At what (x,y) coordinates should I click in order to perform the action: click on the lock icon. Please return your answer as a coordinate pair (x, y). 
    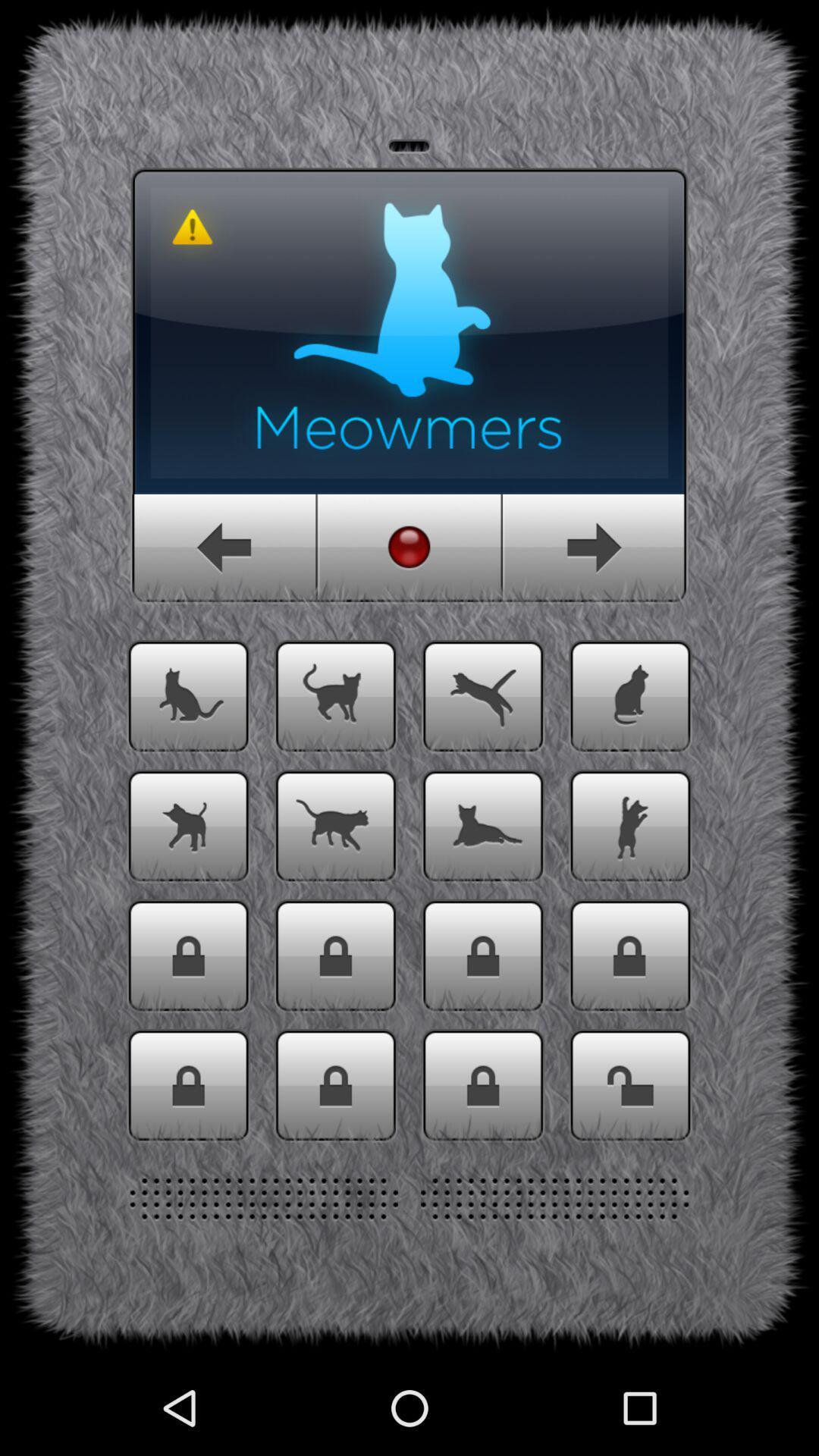
    Looking at the image, I should click on (483, 1031).